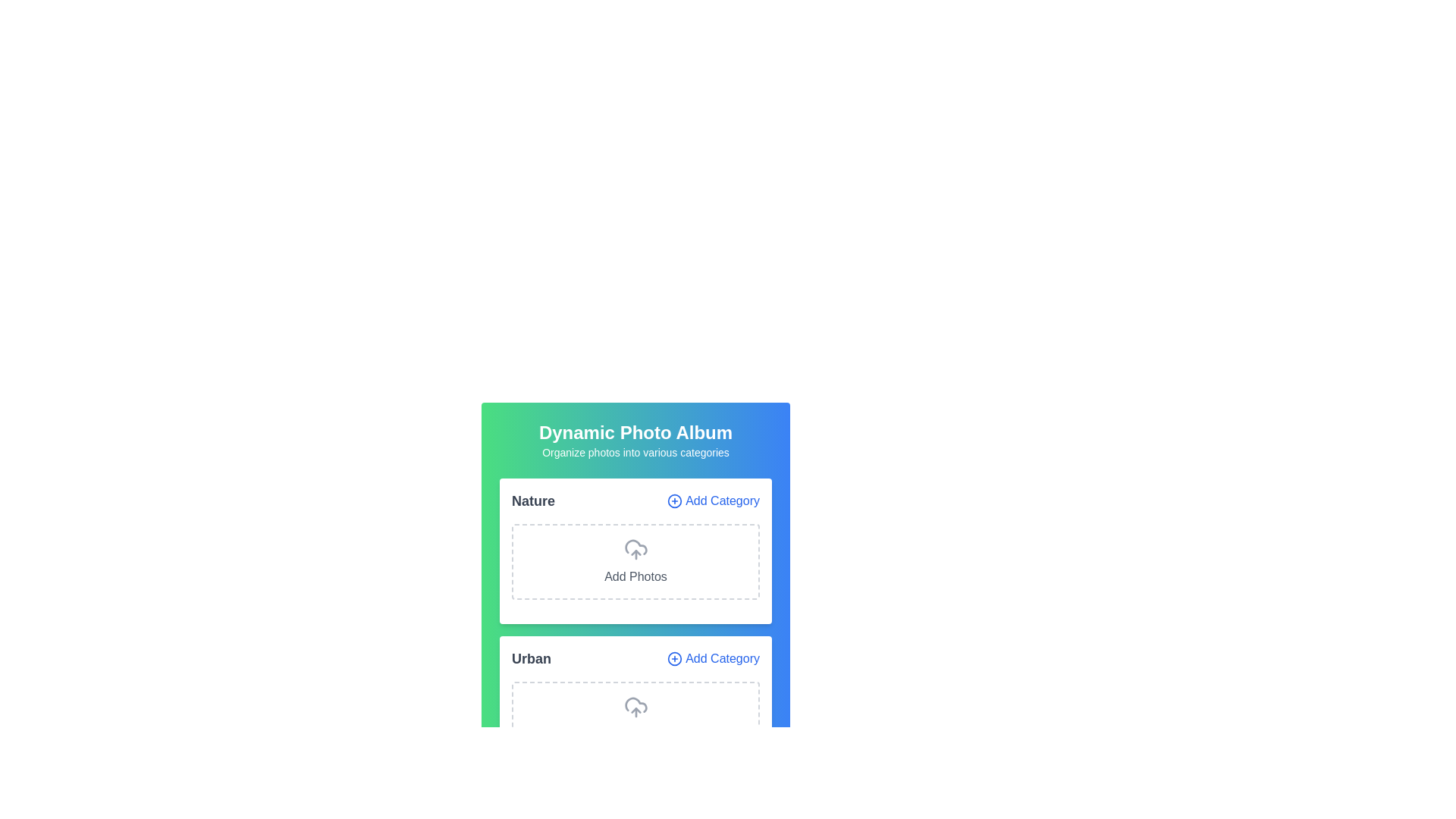  What do you see at coordinates (674, 657) in the screenshot?
I see `the circular border of the 'Add Category' button located on the right side of the 'Urban' section's header` at bounding box center [674, 657].